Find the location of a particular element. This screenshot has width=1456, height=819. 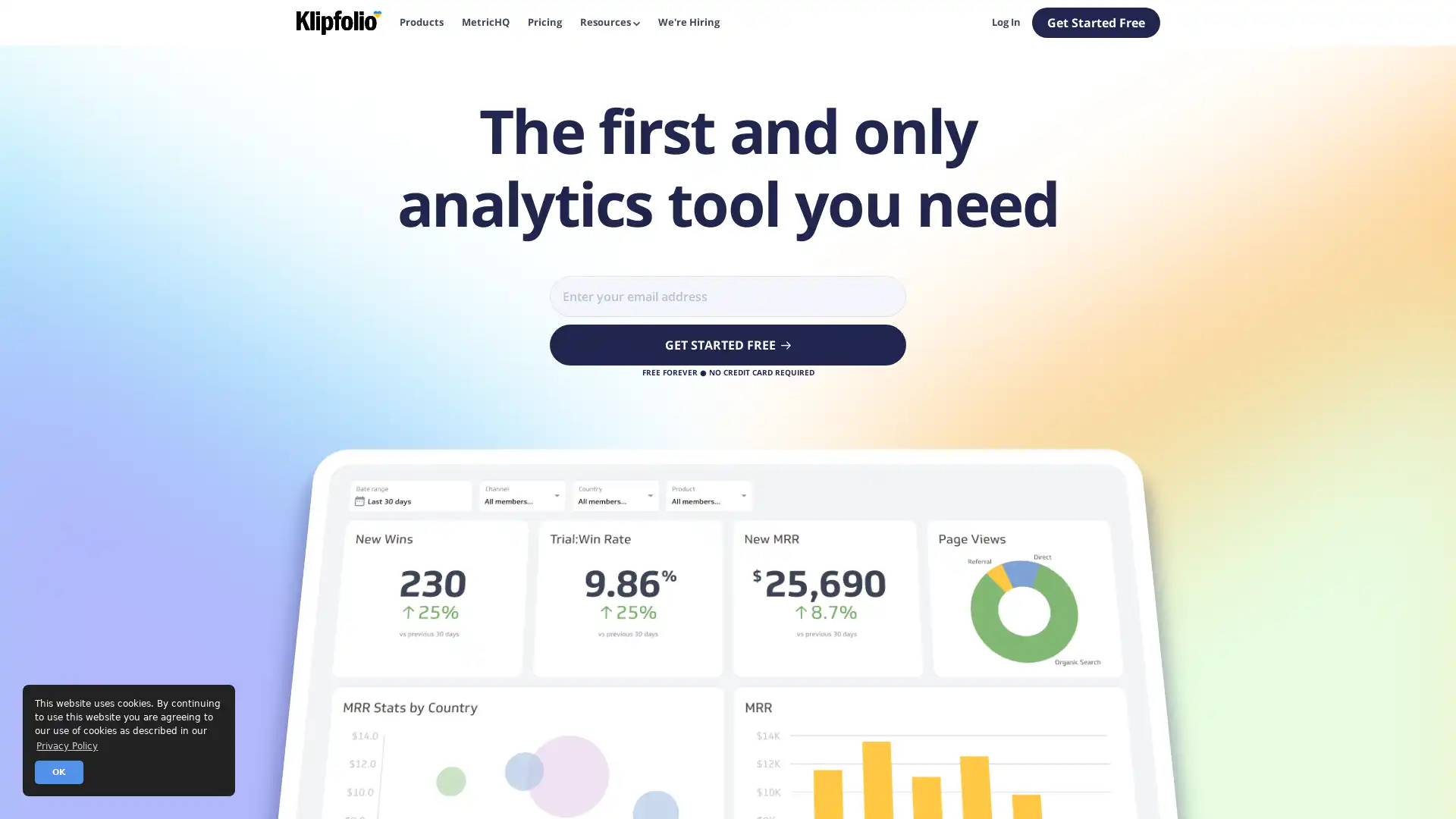

FREE FOREVER  NO CREDIT CARD REQUIRED GET STARTED FREER is located at coordinates (728, 345).